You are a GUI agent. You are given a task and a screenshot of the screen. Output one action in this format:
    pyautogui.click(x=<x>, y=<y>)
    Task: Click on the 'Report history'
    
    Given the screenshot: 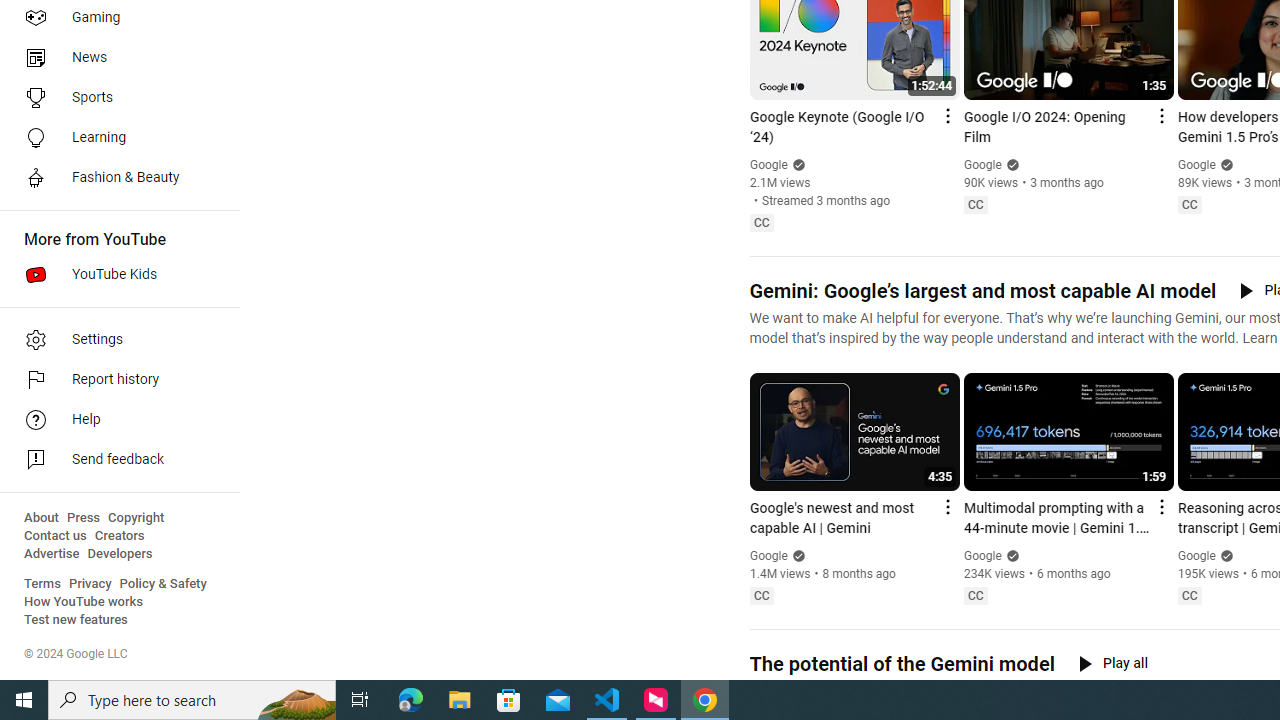 What is the action you would take?
    pyautogui.click(x=112, y=380)
    